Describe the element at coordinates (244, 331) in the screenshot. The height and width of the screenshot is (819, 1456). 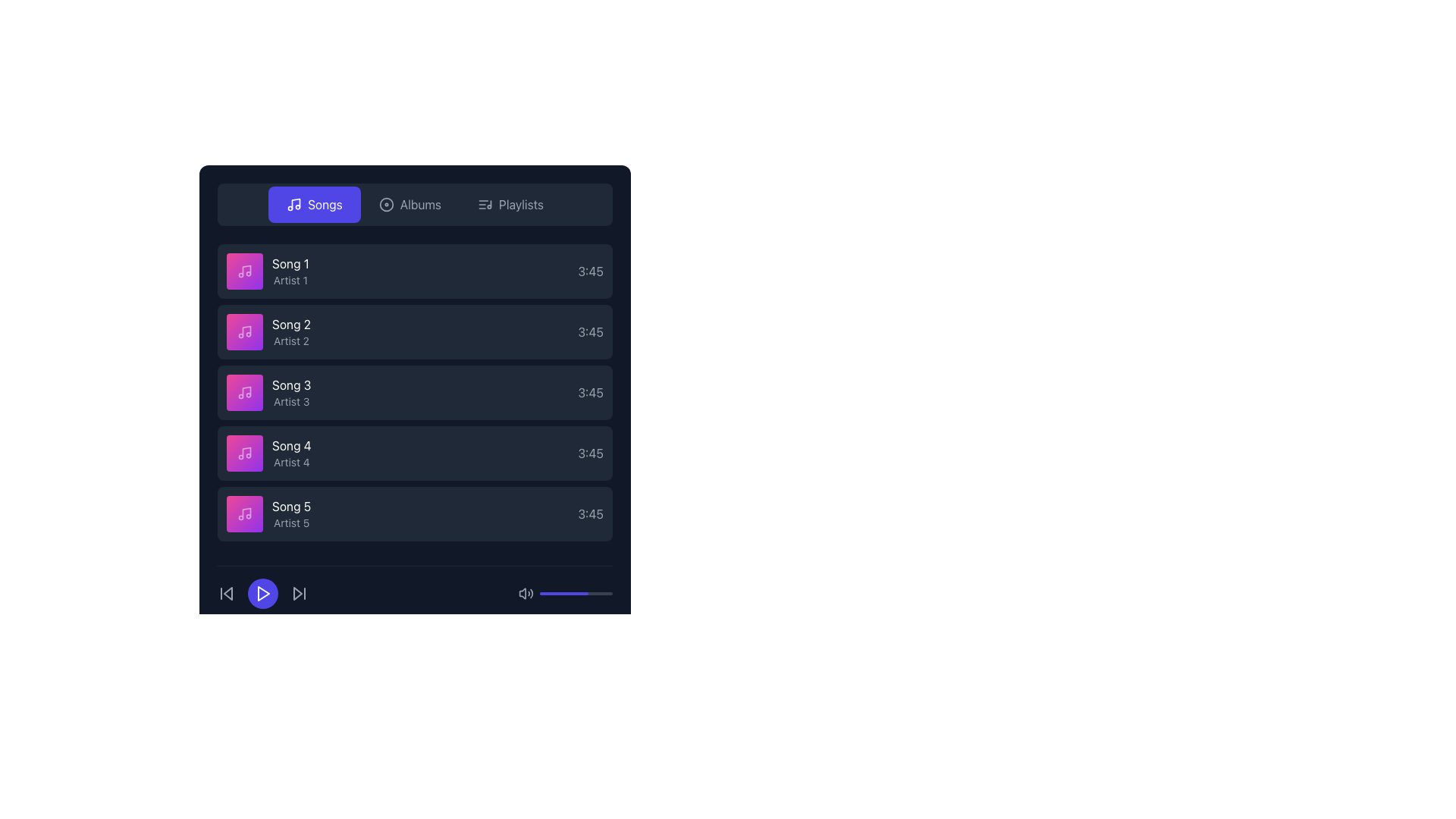
I see `the music note icon, which is the second item` at that location.